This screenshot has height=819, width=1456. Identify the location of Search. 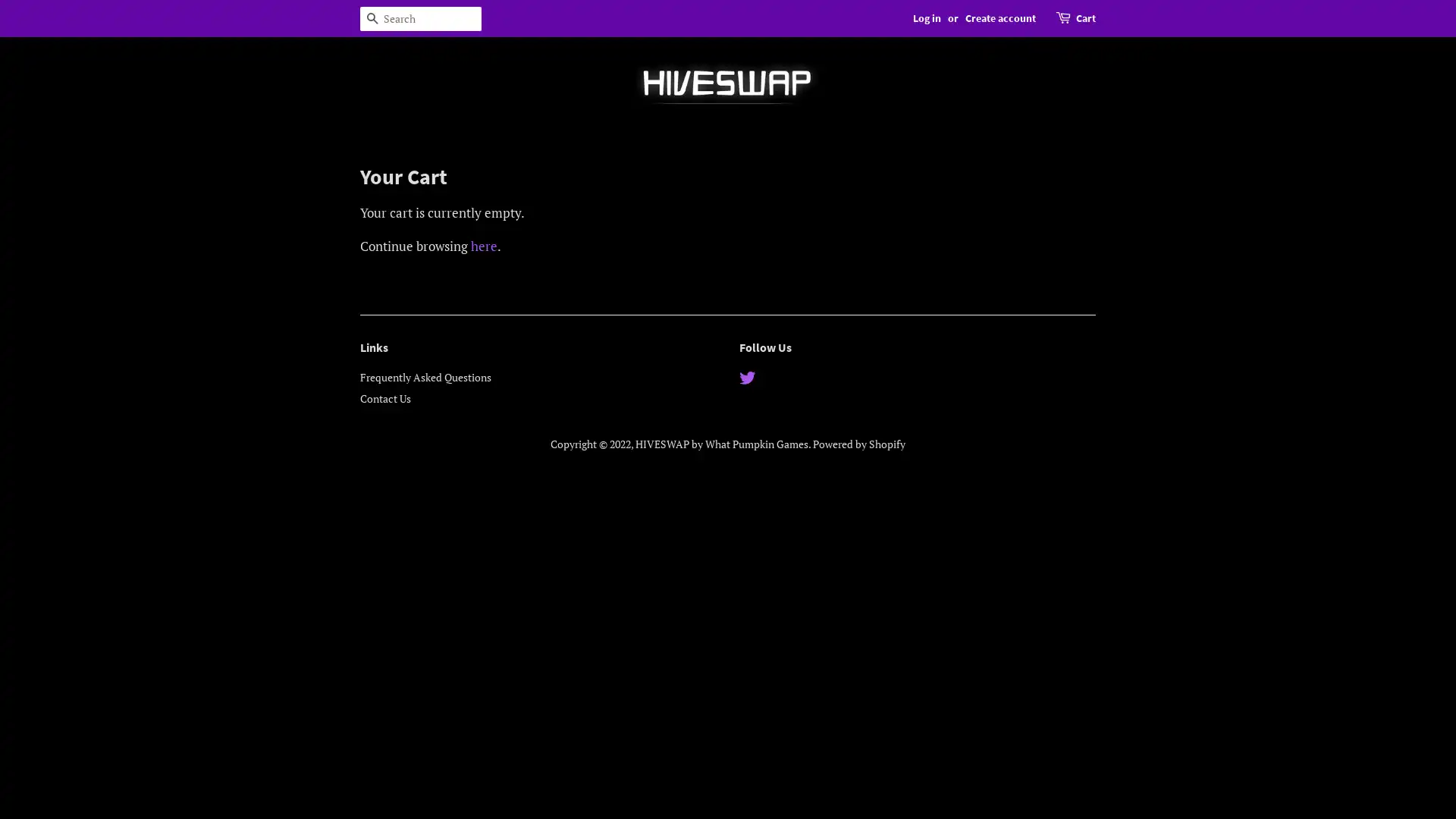
(372, 18).